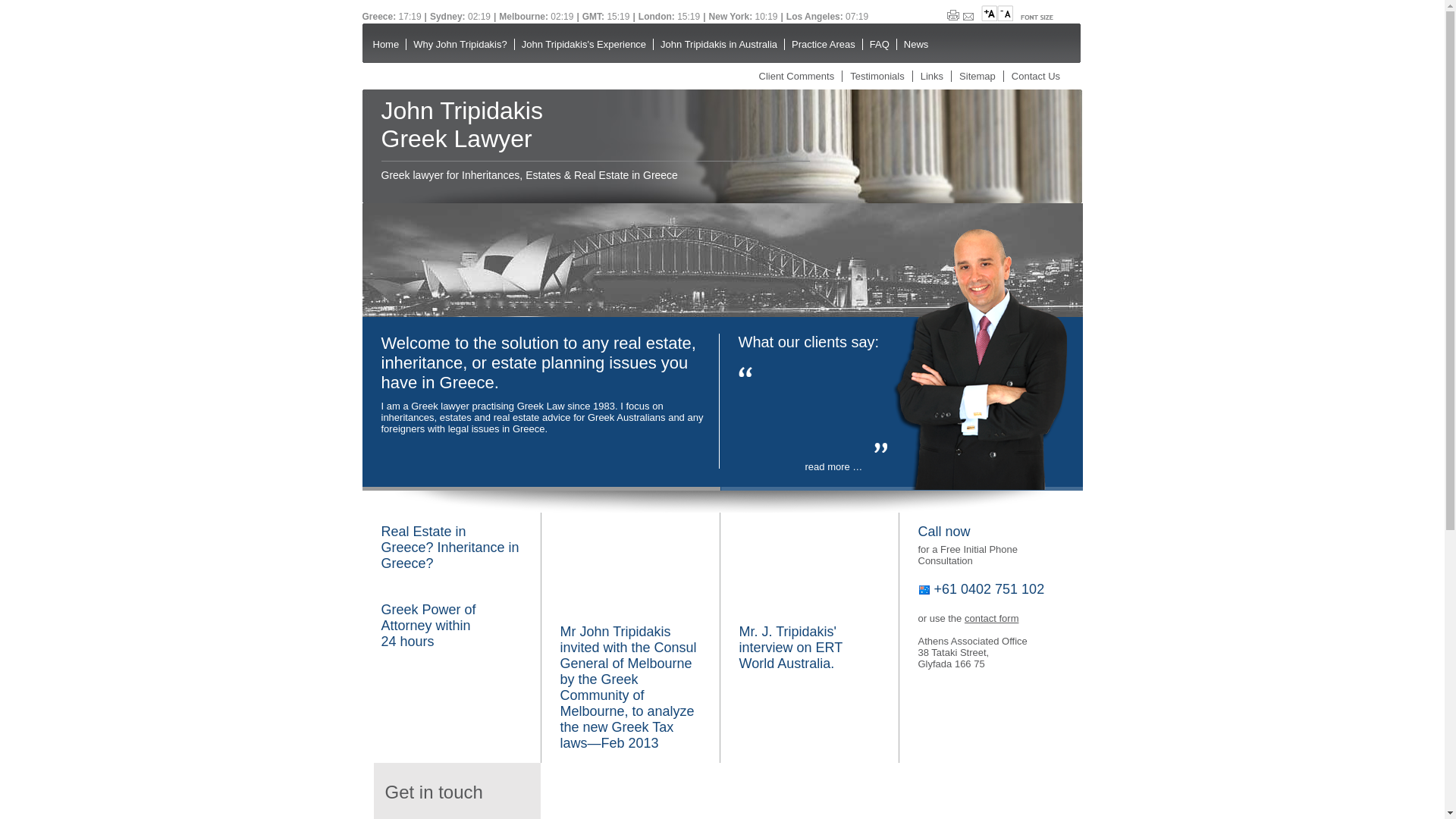  What do you see at coordinates (822, 43) in the screenshot?
I see `'Practice Areas'` at bounding box center [822, 43].